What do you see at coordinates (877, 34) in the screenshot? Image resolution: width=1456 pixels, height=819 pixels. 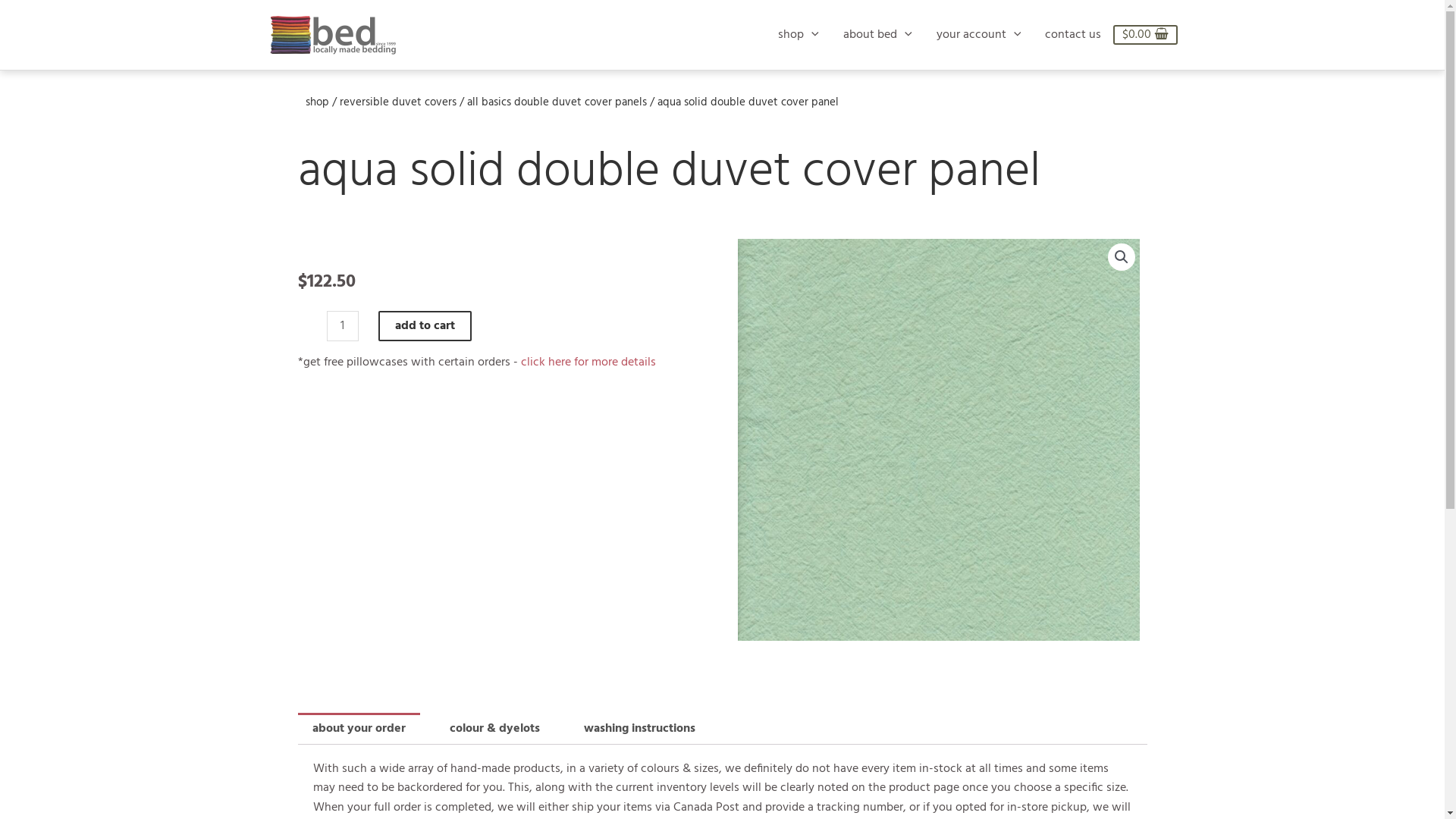 I see `'about bed'` at bounding box center [877, 34].